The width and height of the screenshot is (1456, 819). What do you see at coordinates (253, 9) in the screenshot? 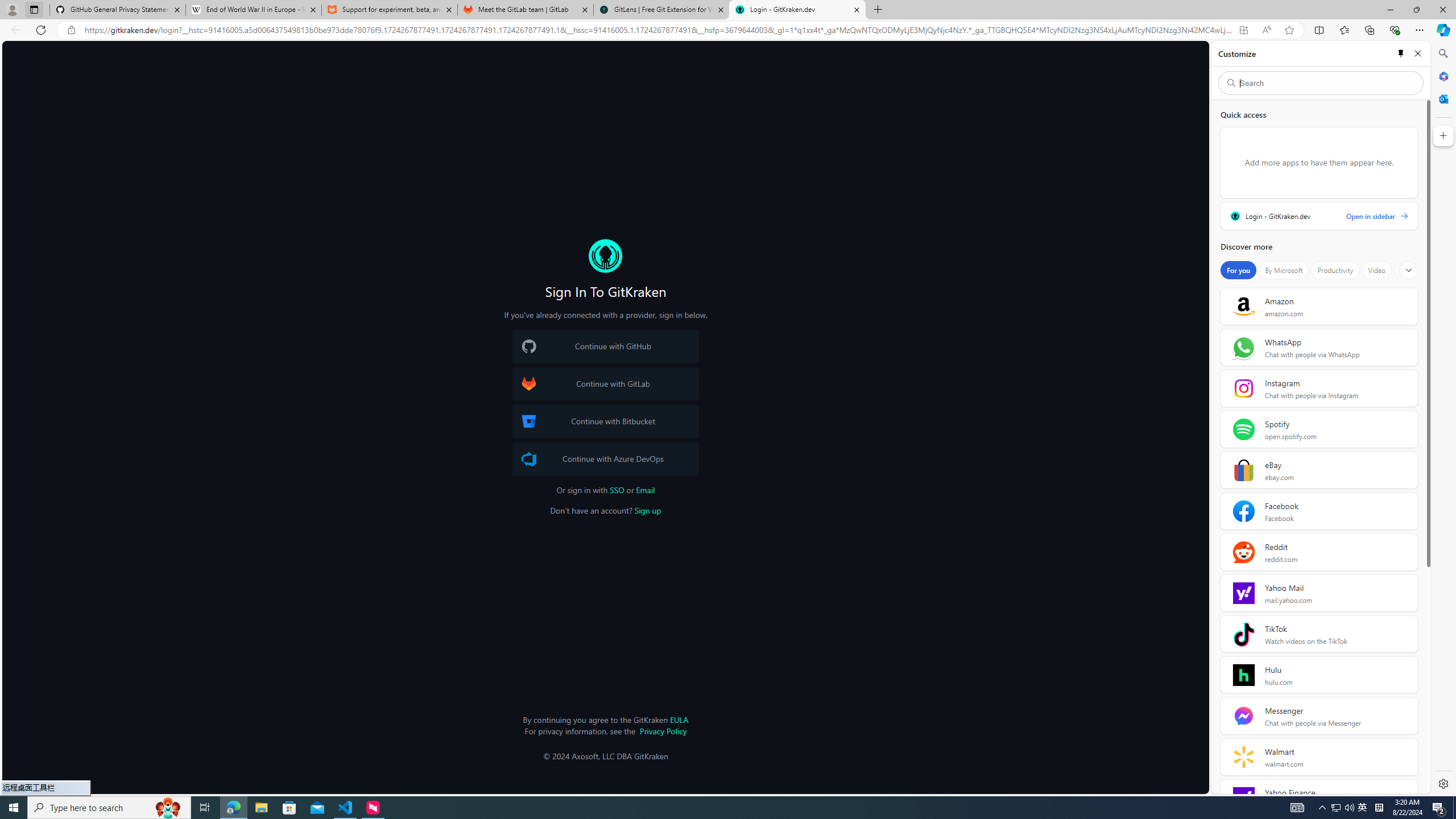
I see `'End of World War II in Europe - Wikipedia'` at bounding box center [253, 9].